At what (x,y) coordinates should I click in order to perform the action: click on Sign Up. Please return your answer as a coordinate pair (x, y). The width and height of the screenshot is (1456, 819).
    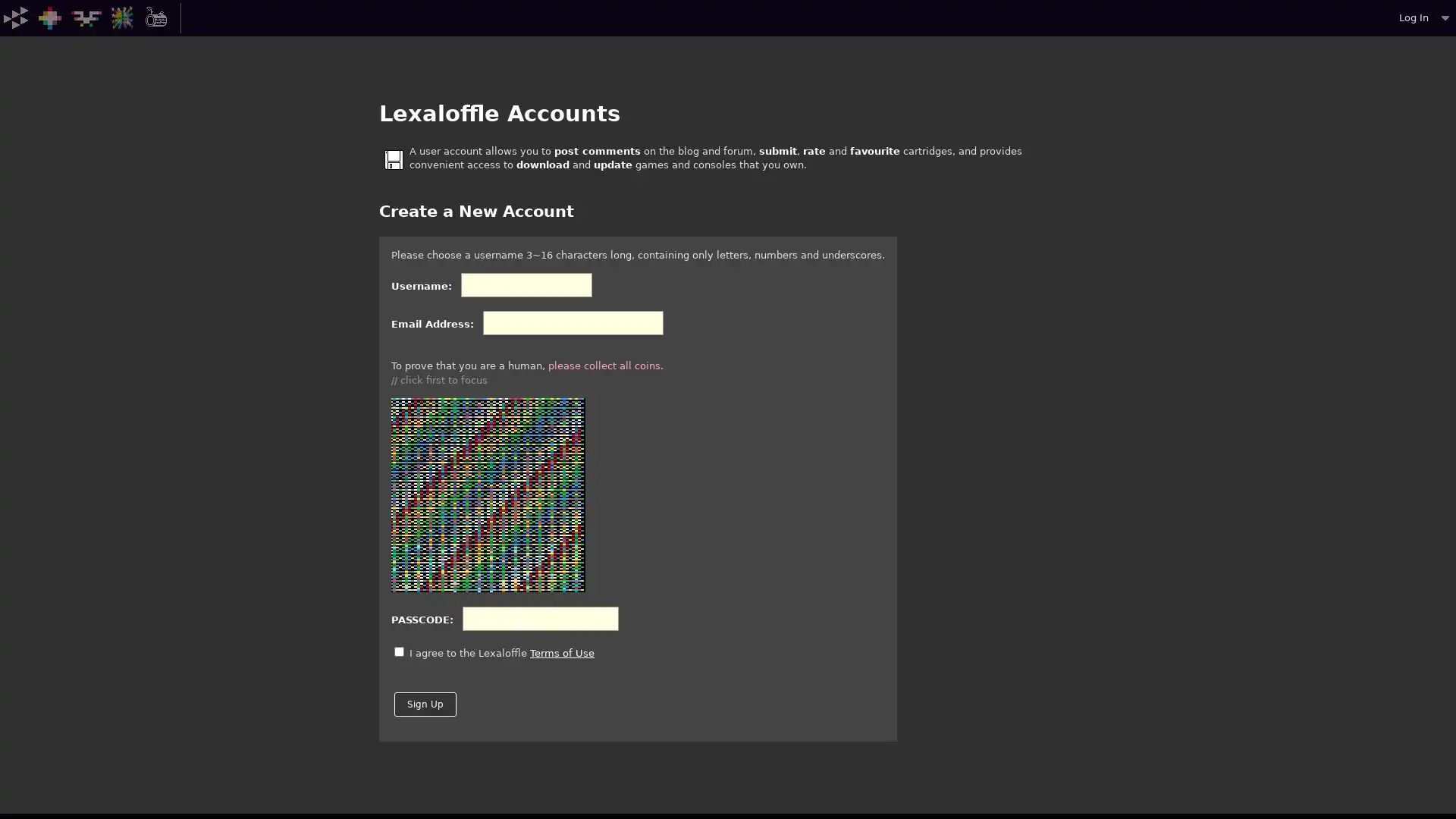
    Looking at the image, I should click on (425, 704).